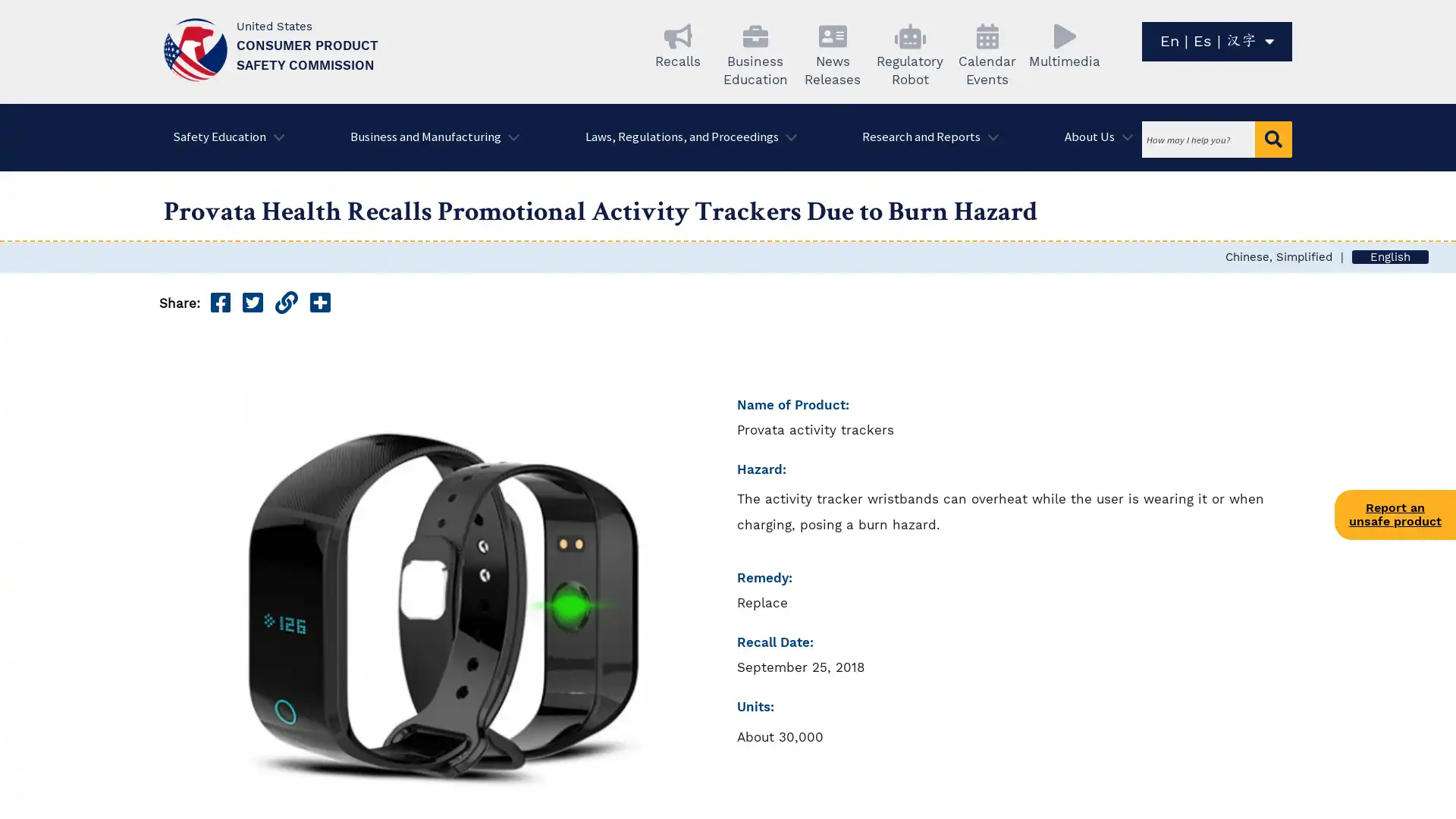  Describe the element at coordinates (1094, 137) in the screenshot. I see `About Us` at that location.